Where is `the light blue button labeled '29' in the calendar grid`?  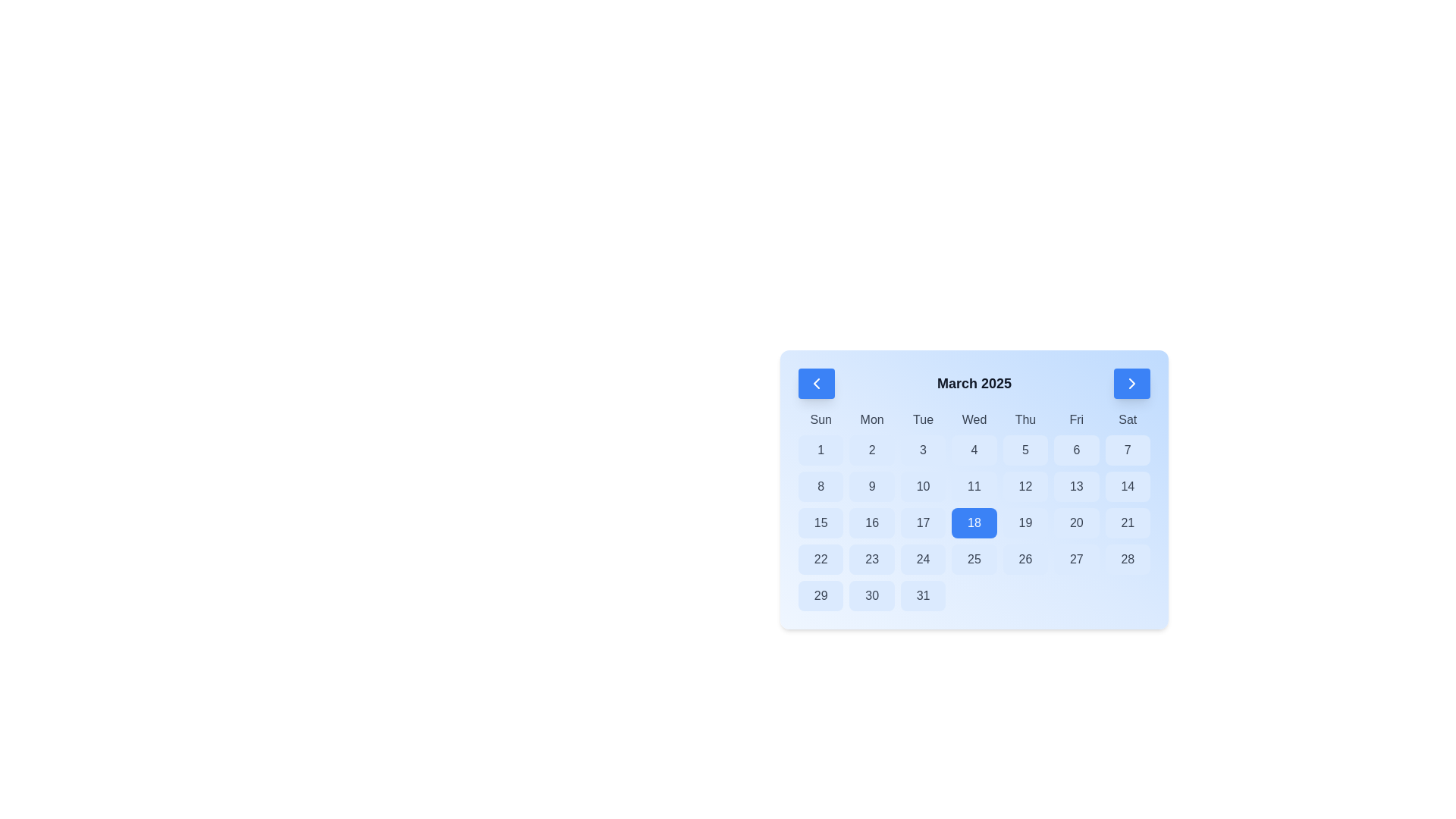 the light blue button labeled '29' in the calendar grid is located at coordinates (820, 595).